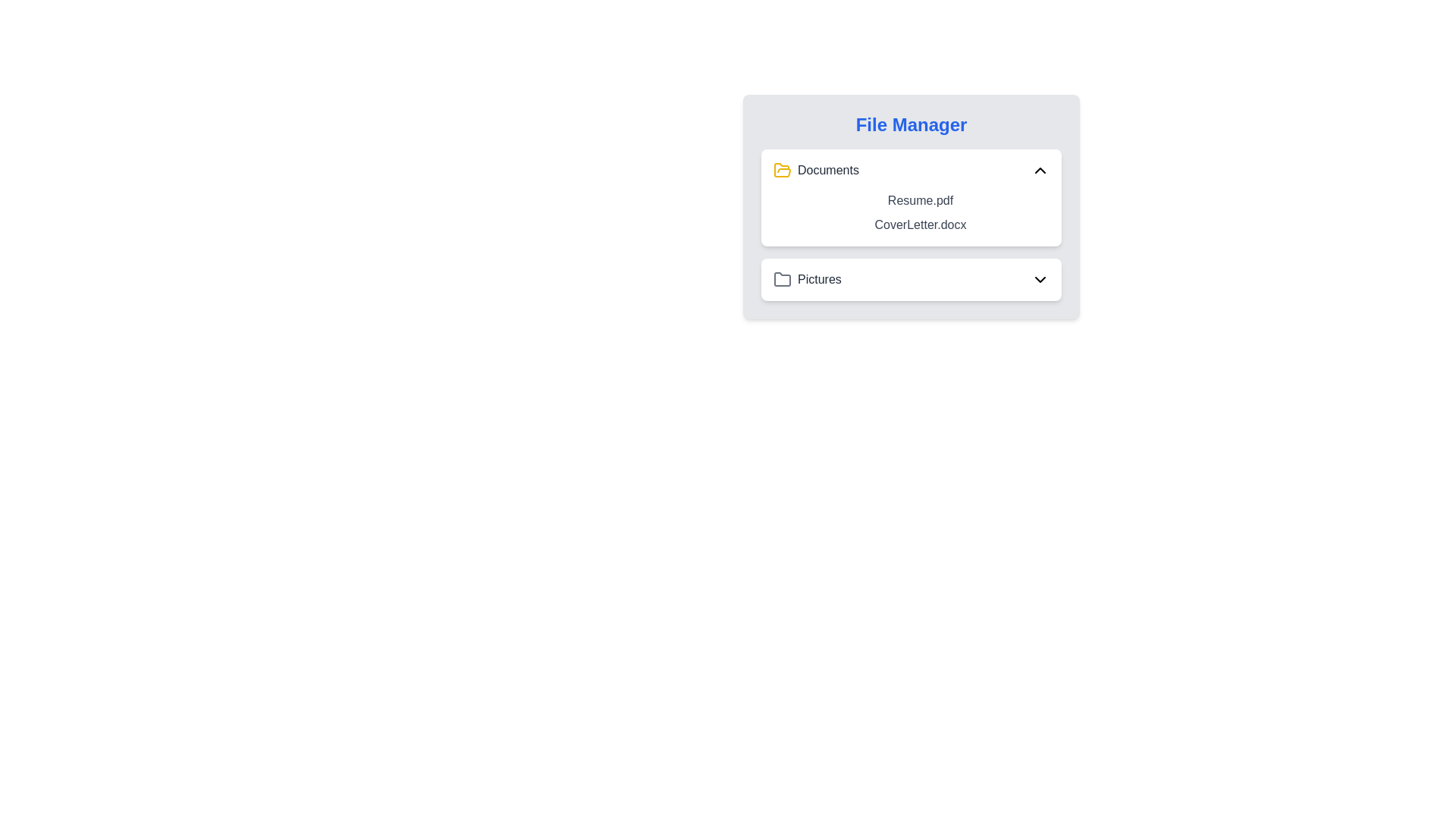 Image resolution: width=1456 pixels, height=819 pixels. I want to click on the file label for 'Resume.pdf', so click(910, 207).